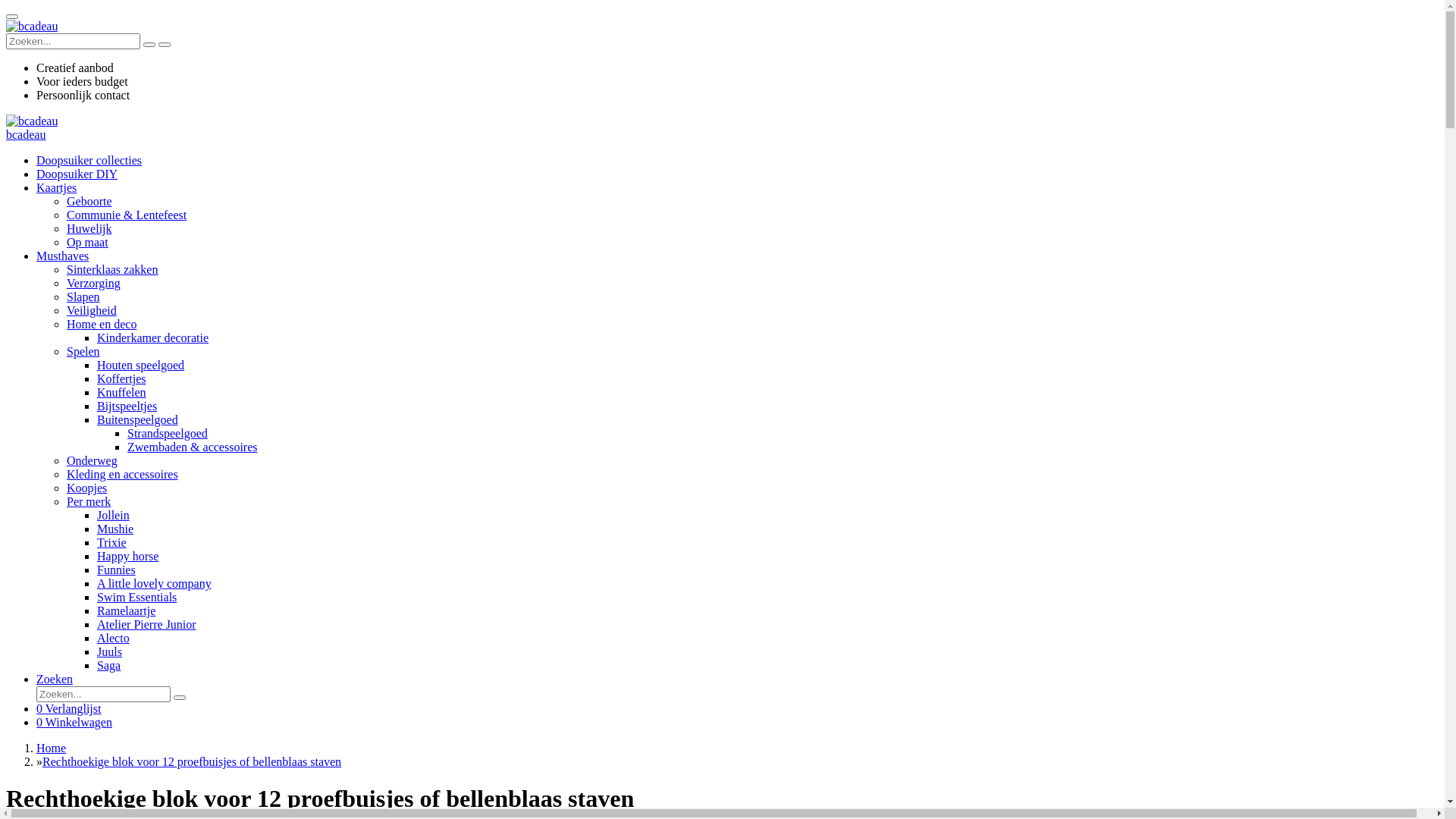 The image size is (1456, 819). Describe the element at coordinates (111, 268) in the screenshot. I see `'Sinterklaas zakken'` at that location.